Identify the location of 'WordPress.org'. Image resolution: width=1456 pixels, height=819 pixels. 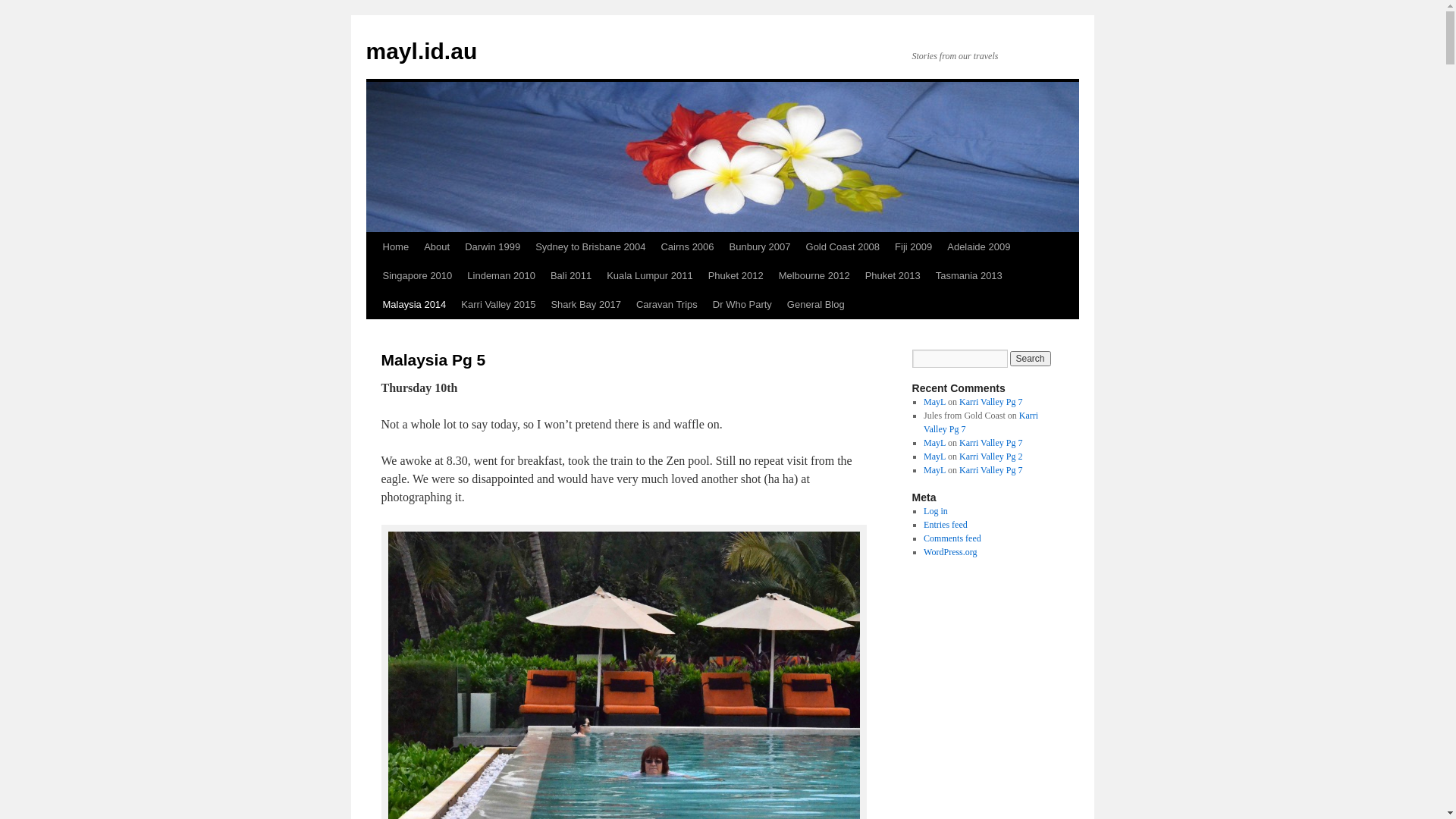
(923, 552).